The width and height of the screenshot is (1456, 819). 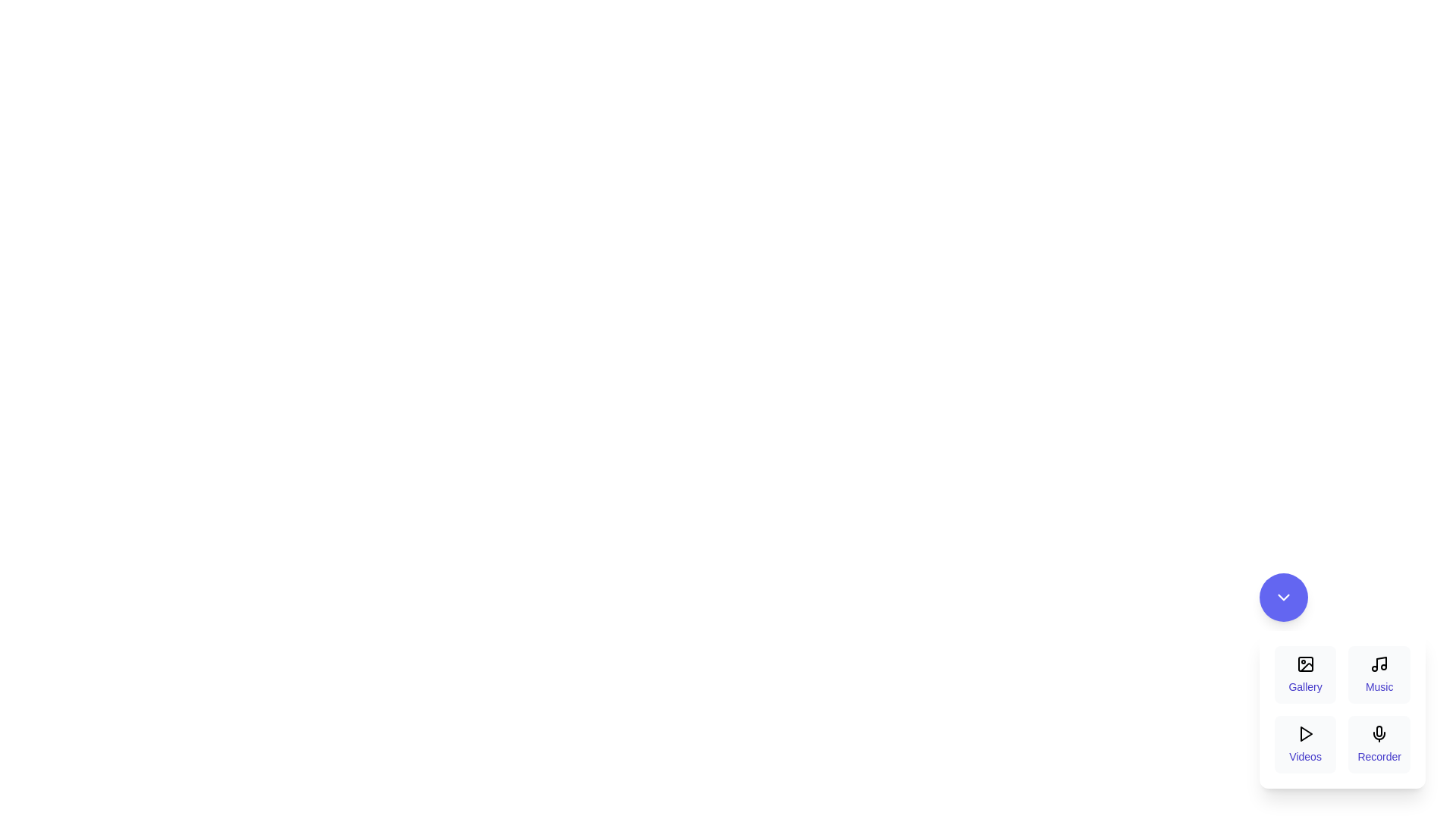 What do you see at coordinates (1282, 596) in the screenshot?
I see `the arrow button to toggle the menu visibility` at bounding box center [1282, 596].